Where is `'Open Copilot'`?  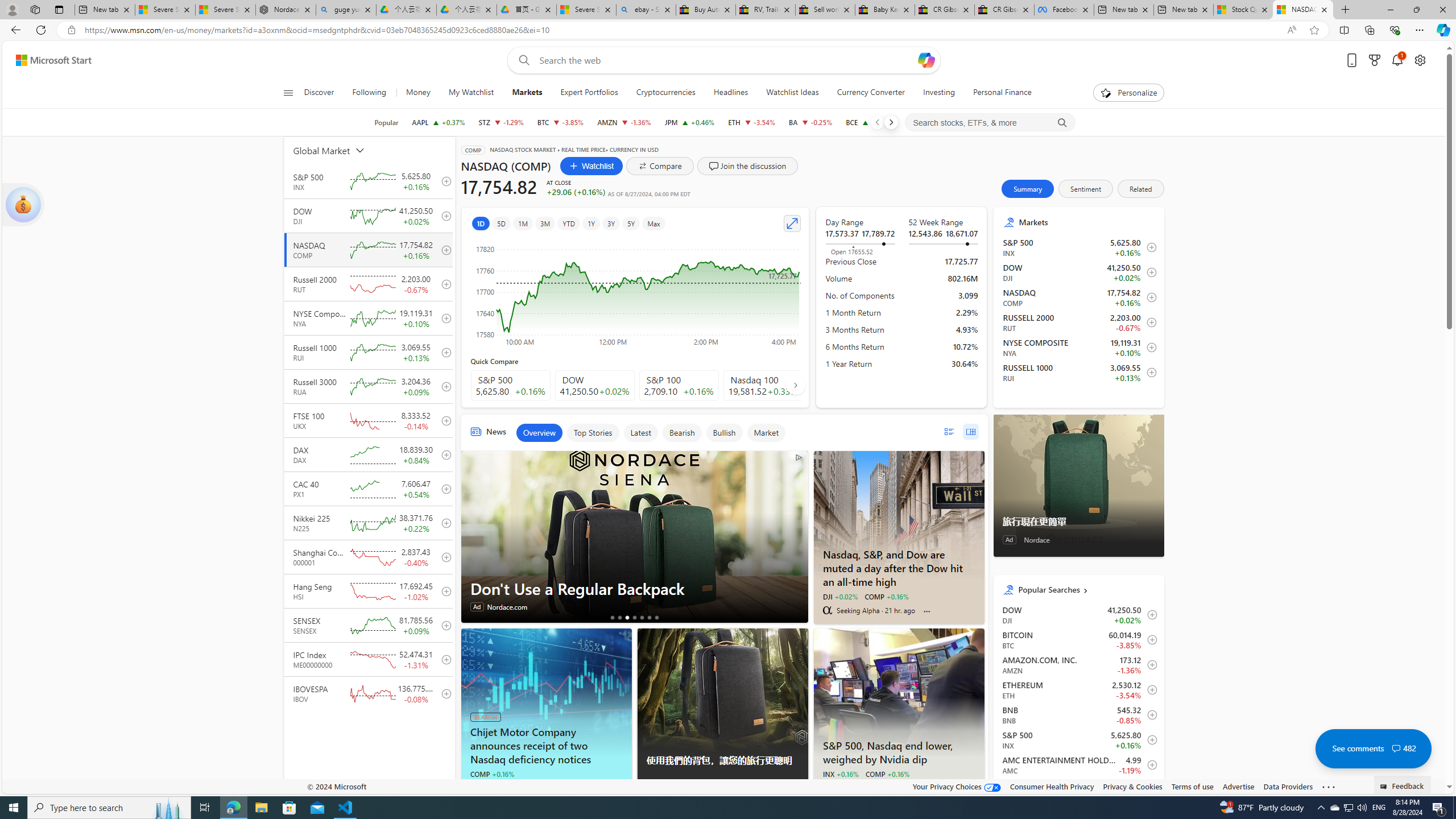
'Open Copilot' is located at coordinates (925, 59).